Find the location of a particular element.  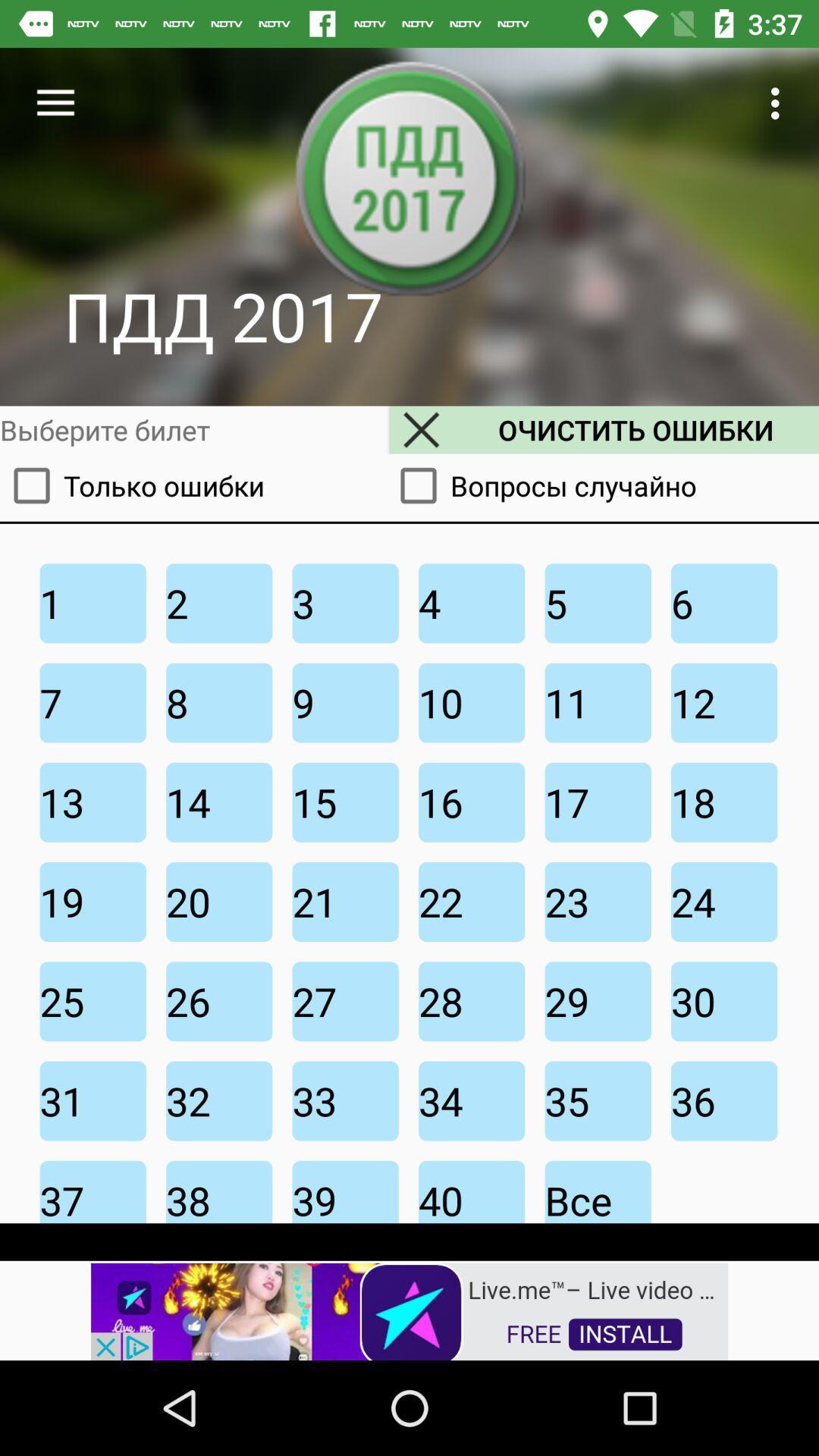

advertisement for live.me is located at coordinates (409, 1310).